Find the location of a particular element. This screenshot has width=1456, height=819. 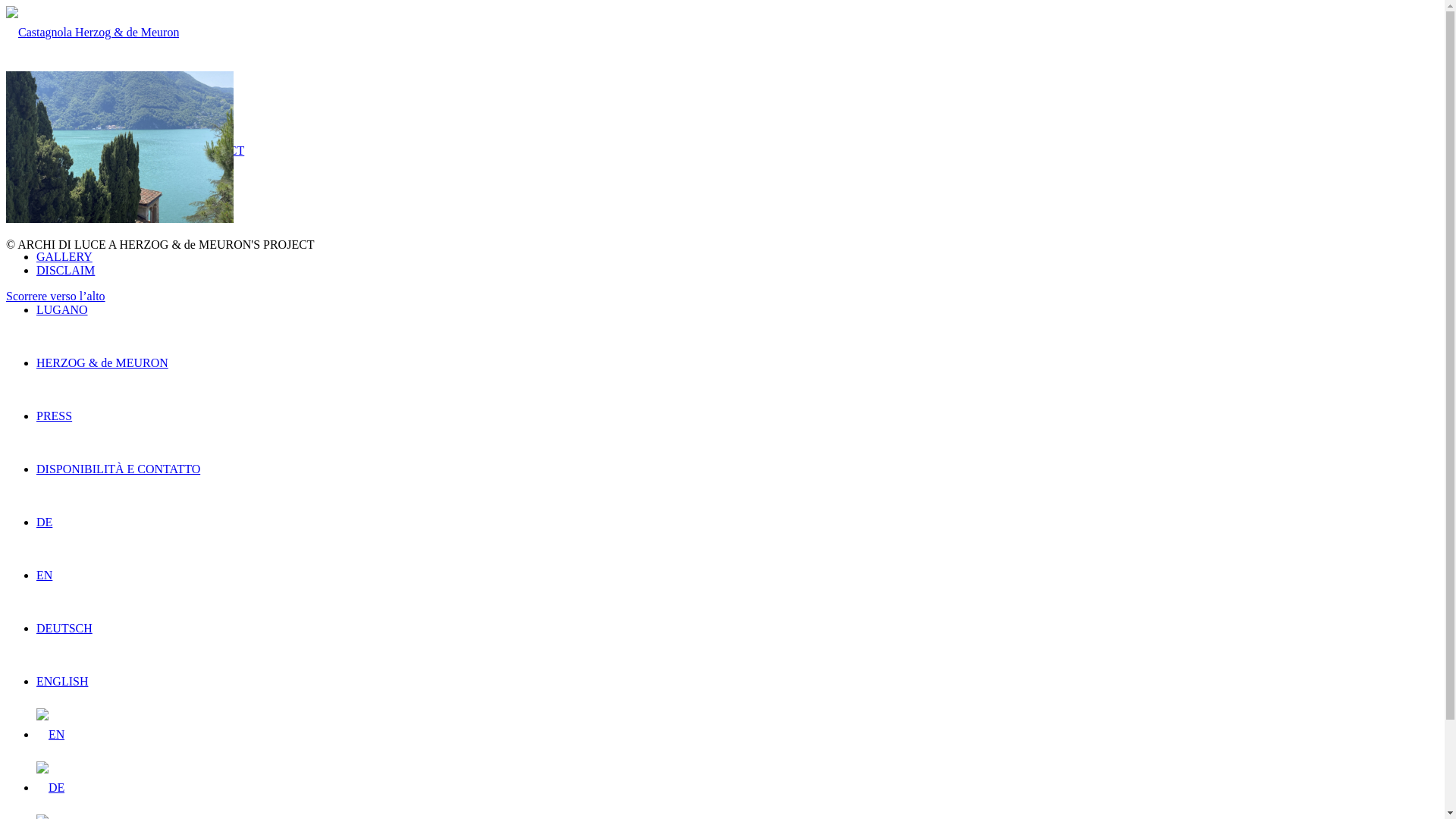

'LUGANO' is located at coordinates (61, 309).